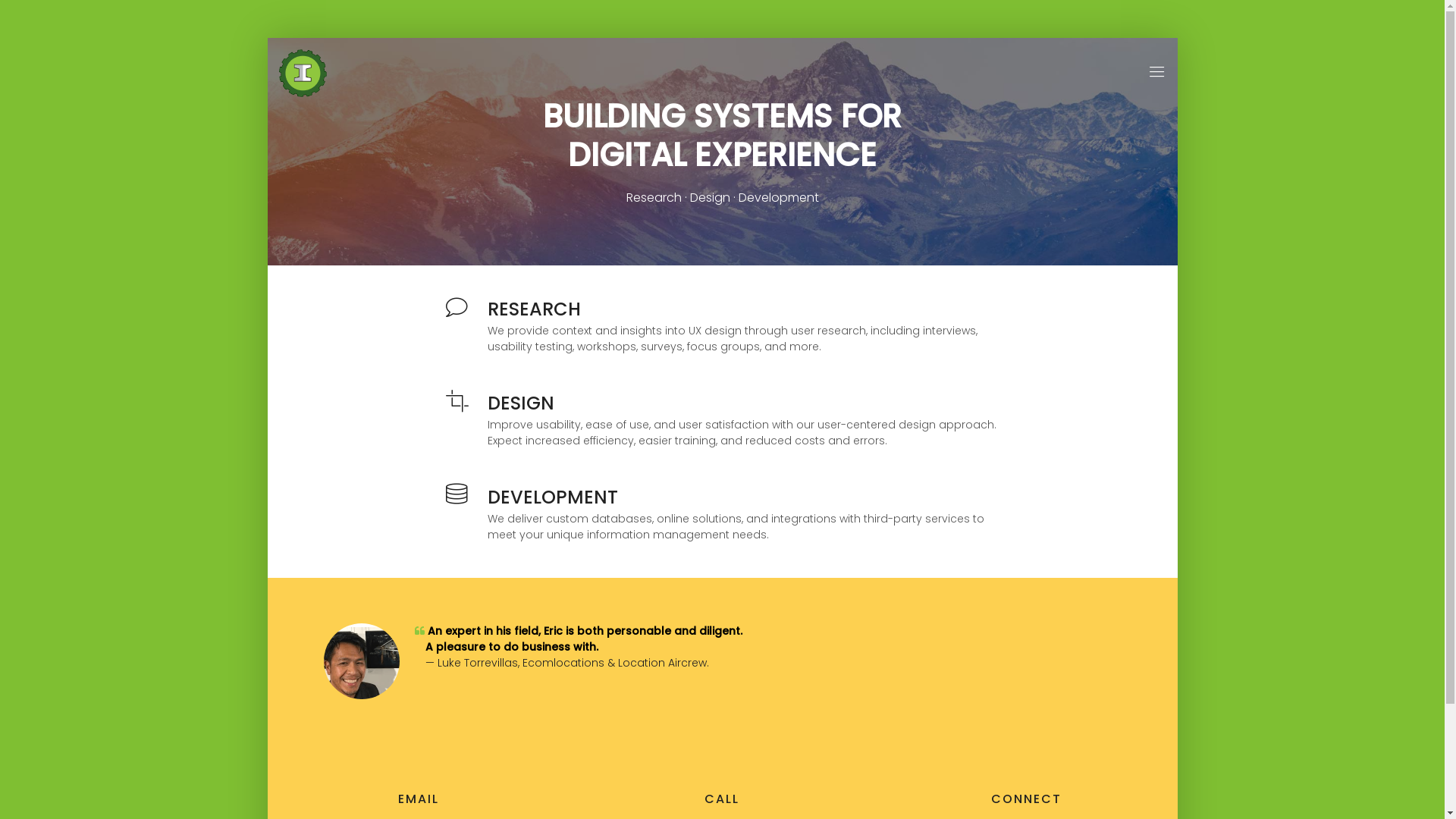  I want to click on 'TESTIMONIALS', so click(1095, 81).